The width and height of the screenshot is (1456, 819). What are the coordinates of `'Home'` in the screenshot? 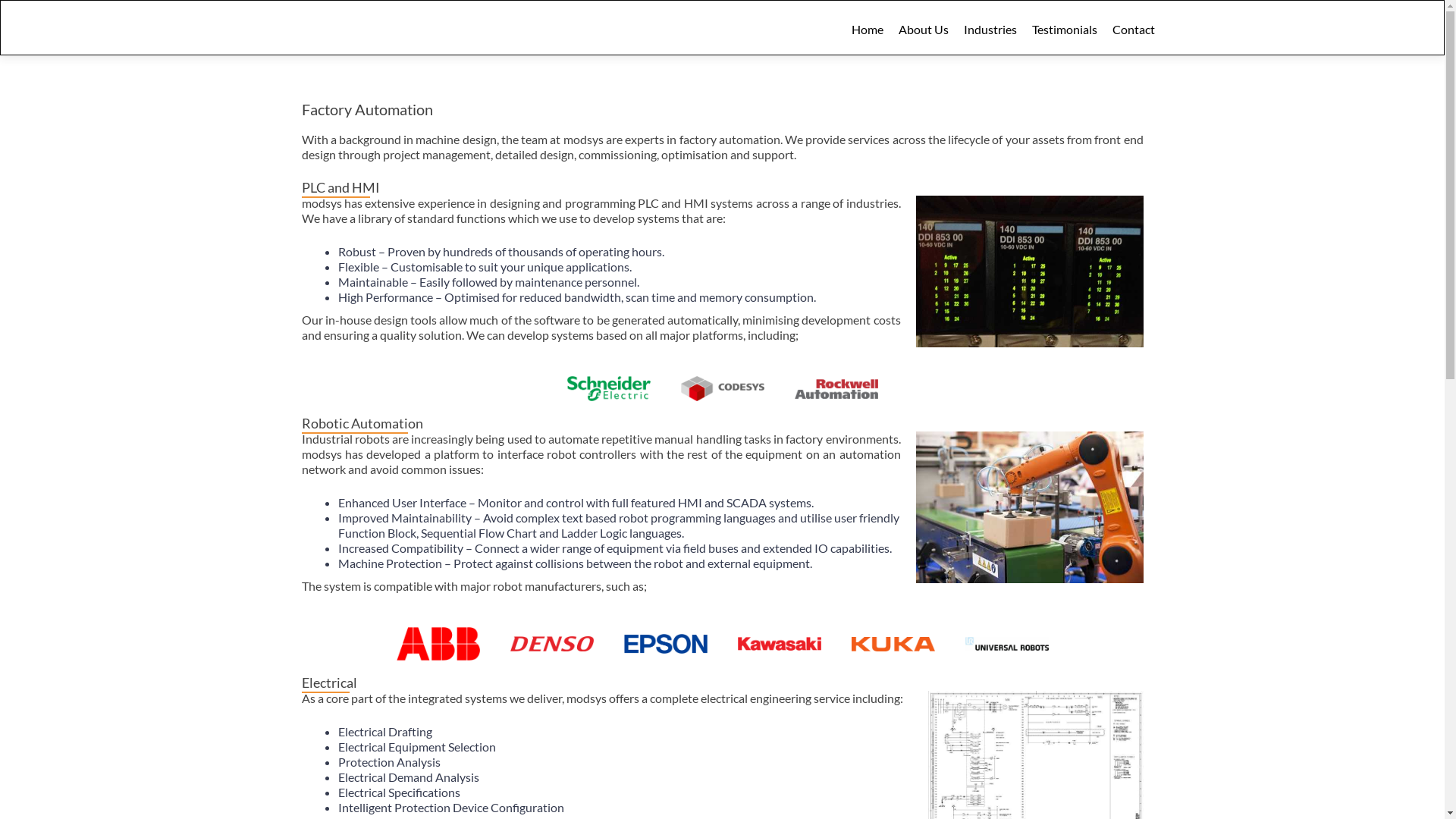 It's located at (866, 29).